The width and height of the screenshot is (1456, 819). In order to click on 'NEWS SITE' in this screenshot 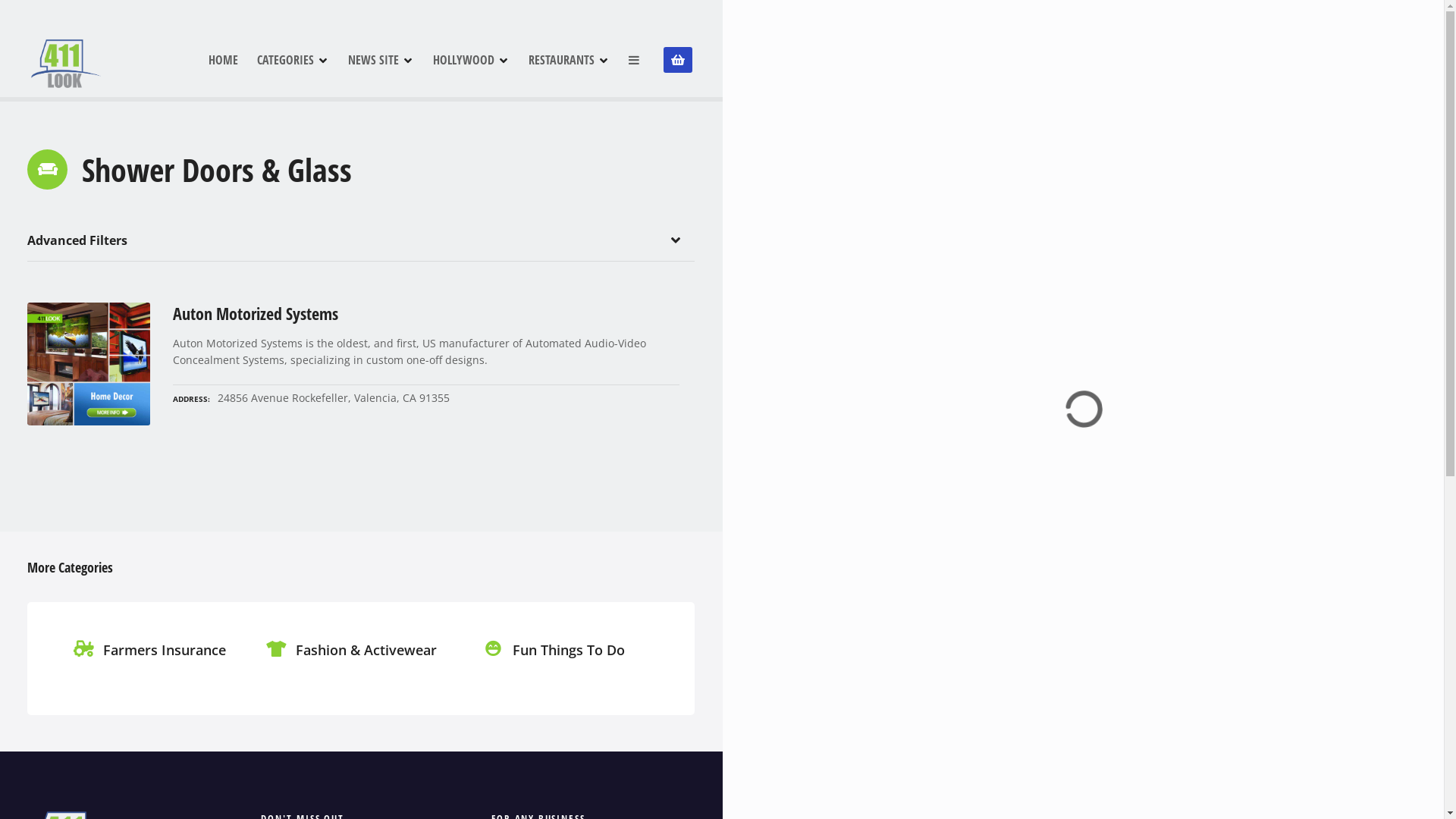, I will do `click(380, 58)`.